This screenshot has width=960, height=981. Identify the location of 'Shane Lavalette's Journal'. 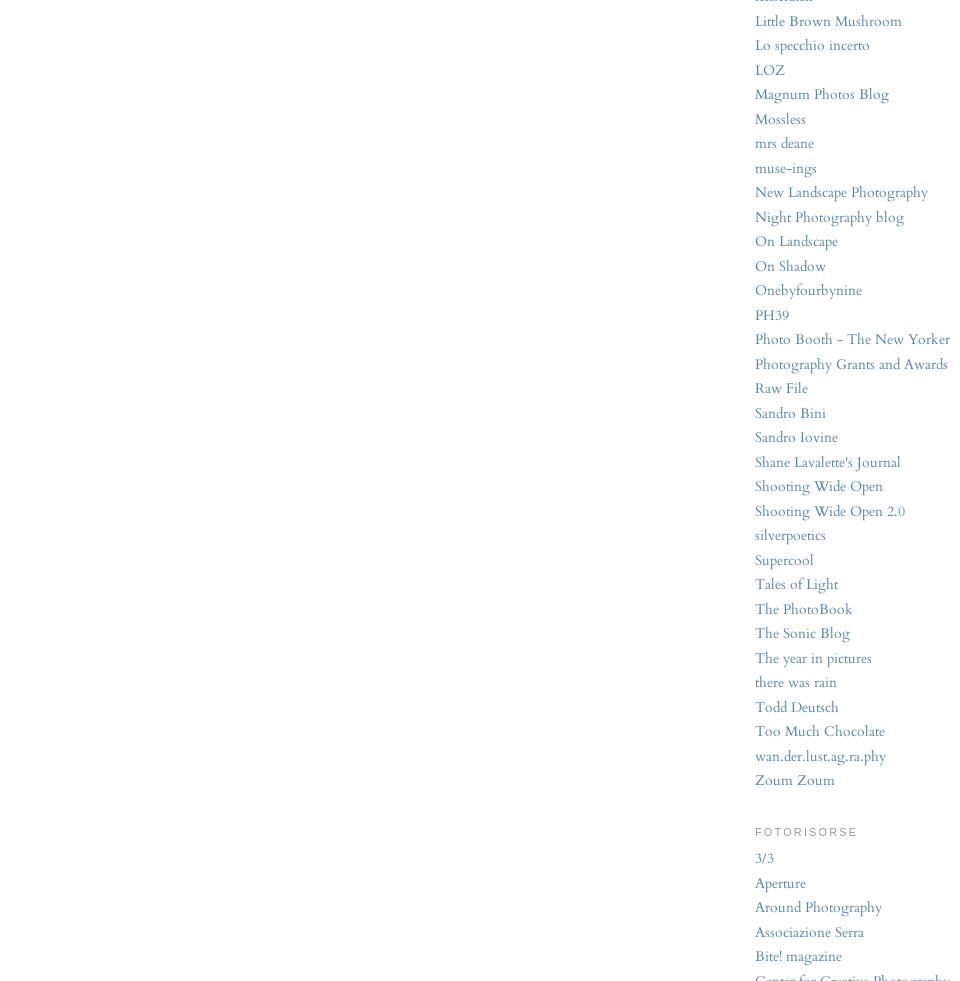
(828, 460).